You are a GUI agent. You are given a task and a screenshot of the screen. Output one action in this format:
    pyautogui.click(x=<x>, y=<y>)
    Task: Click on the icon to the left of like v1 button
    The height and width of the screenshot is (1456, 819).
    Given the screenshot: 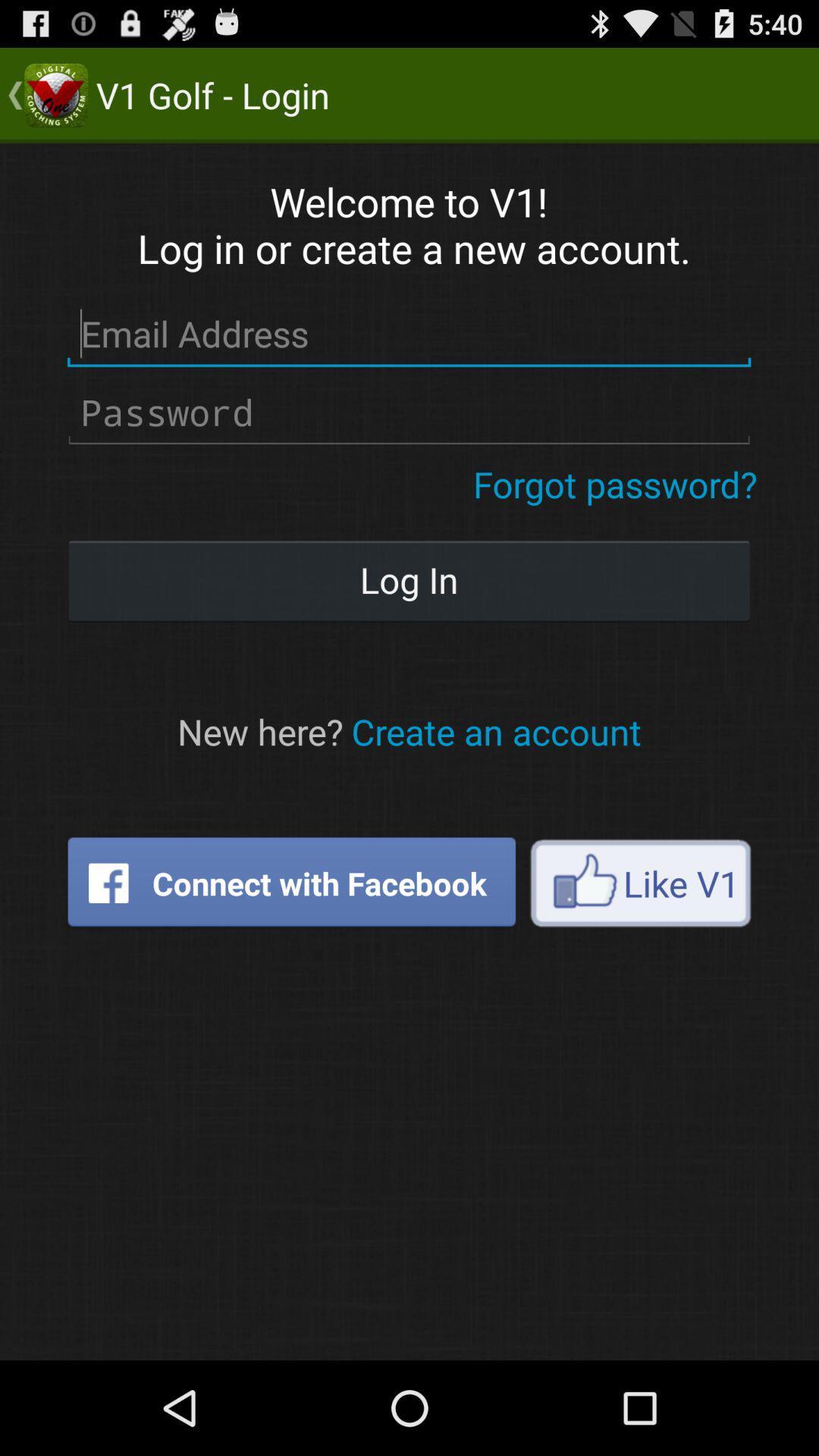 What is the action you would take?
    pyautogui.click(x=291, y=883)
    